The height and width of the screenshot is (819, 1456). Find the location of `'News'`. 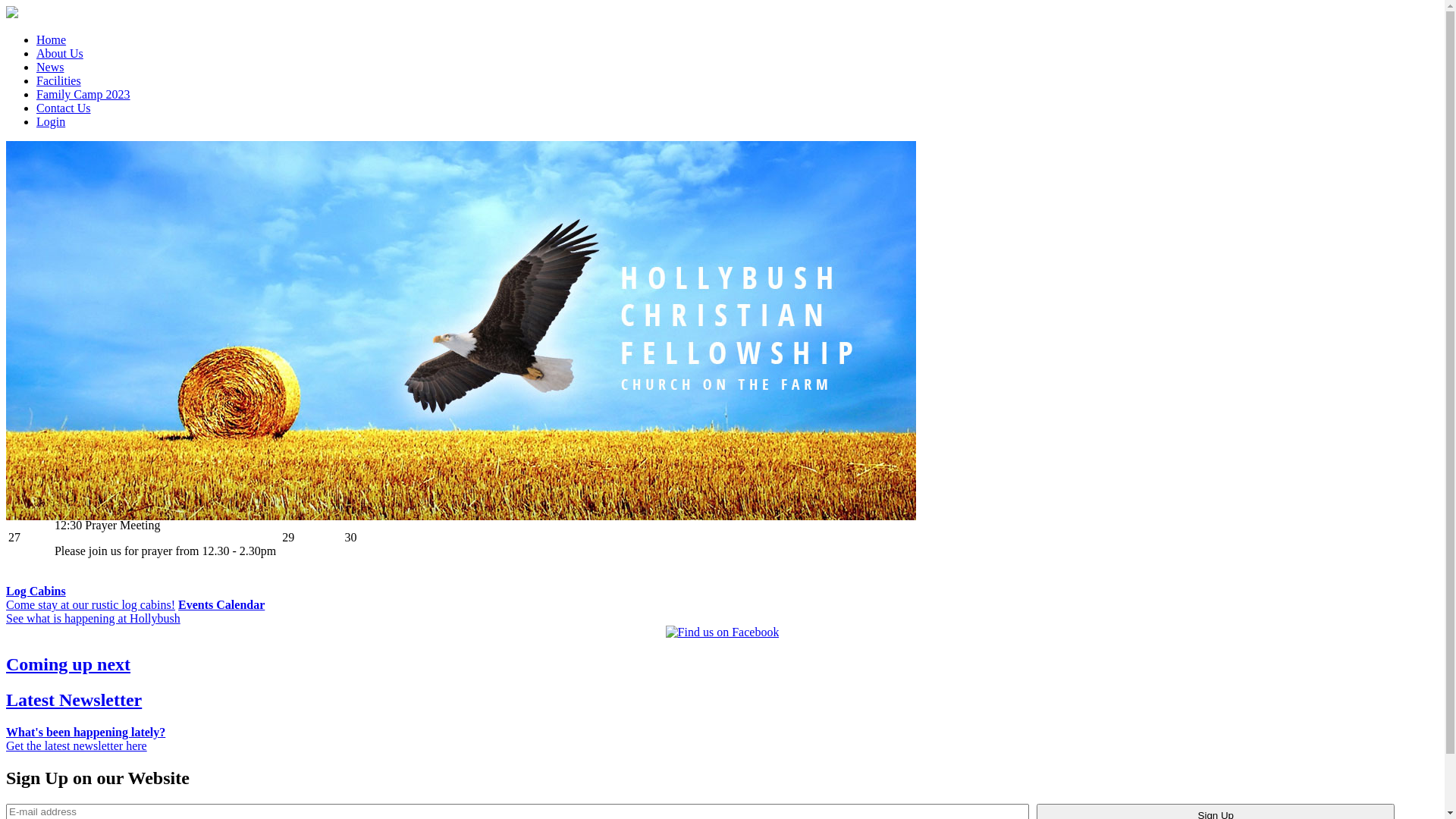

'News' is located at coordinates (50, 66).